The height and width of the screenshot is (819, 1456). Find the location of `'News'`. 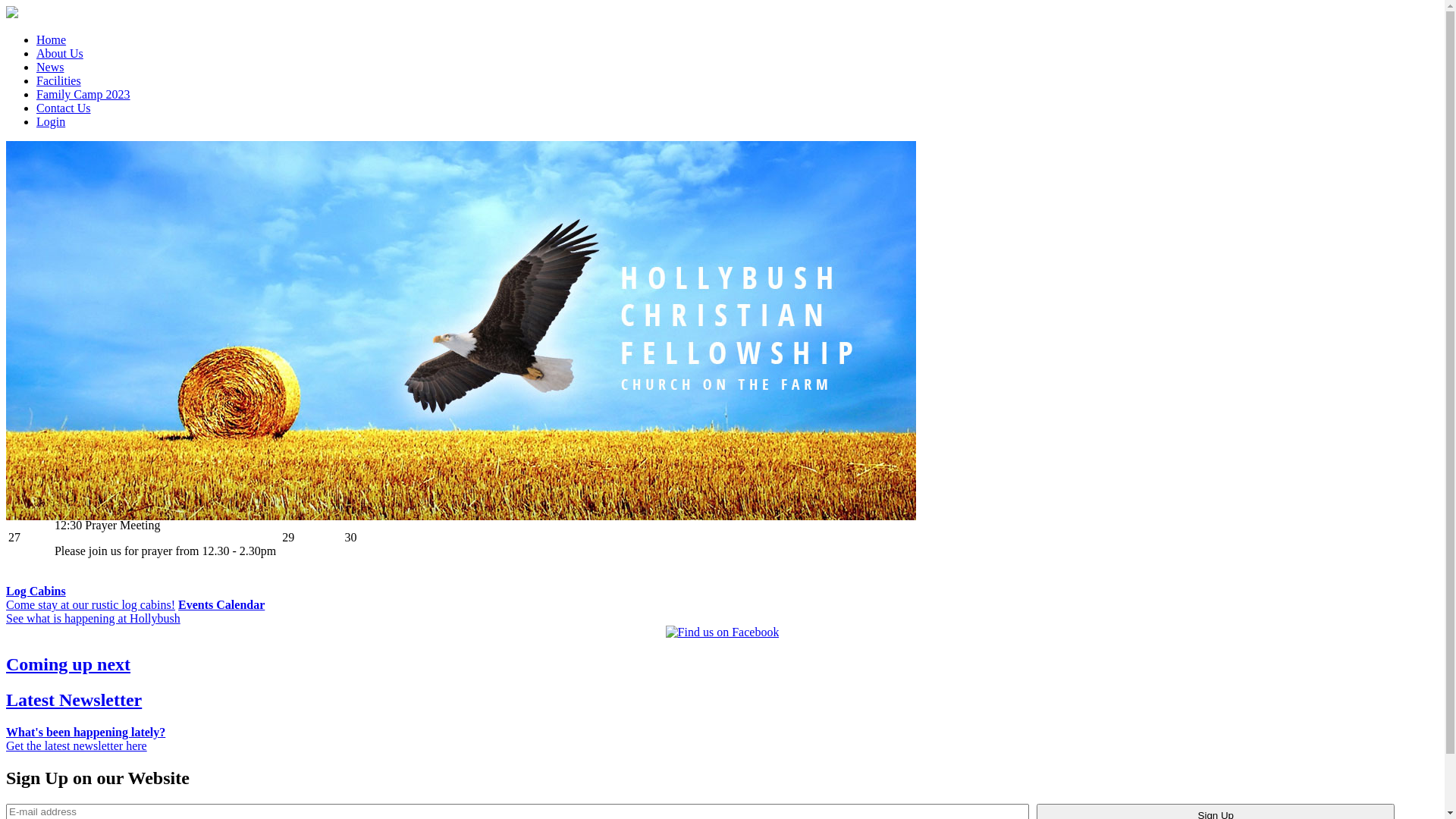

'News' is located at coordinates (50, 66).